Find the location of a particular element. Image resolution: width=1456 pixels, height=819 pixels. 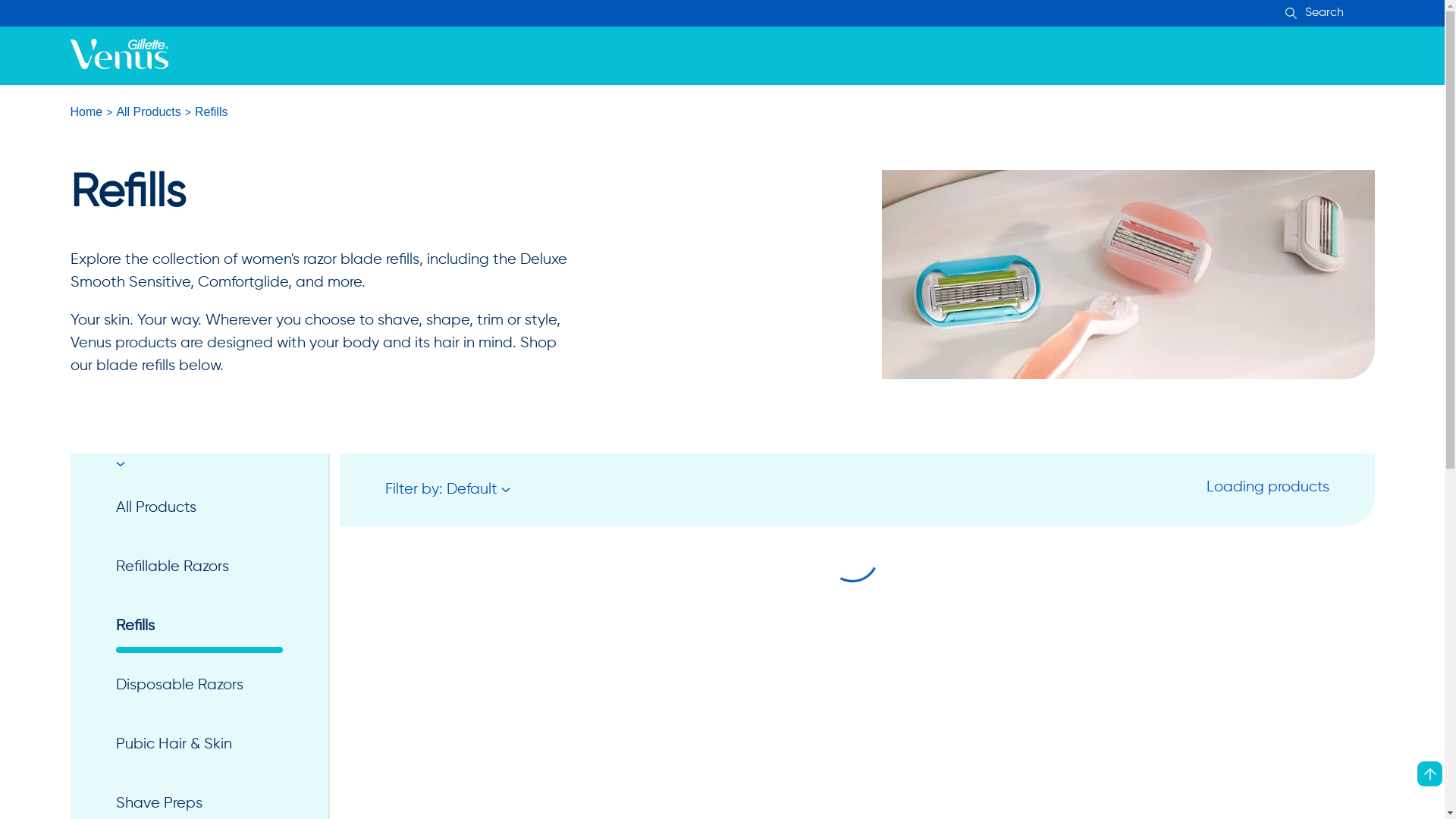

'Refills' is located at coordinates (198, 626).